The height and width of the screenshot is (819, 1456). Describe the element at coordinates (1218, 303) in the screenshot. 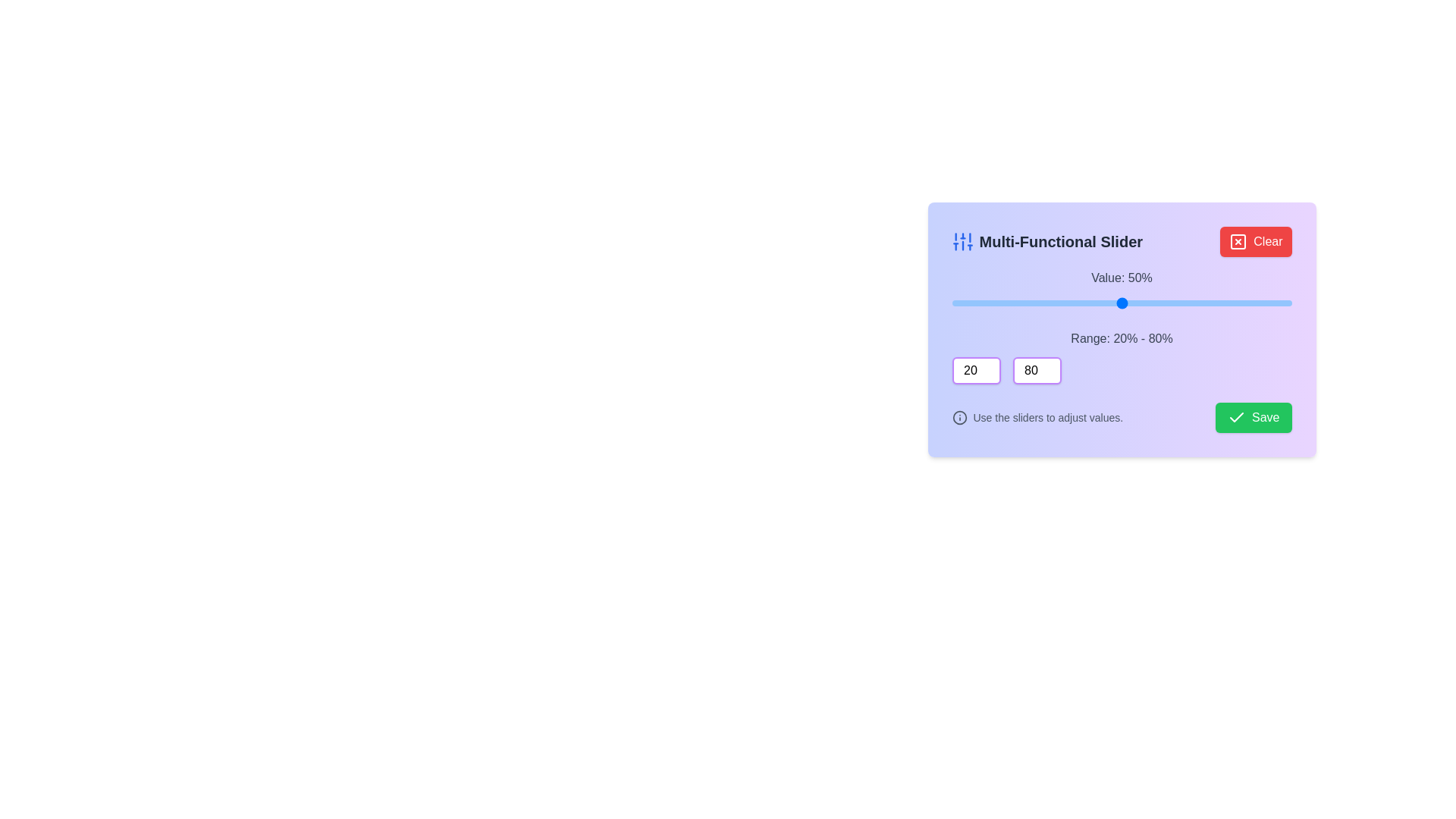

I see `the slider value` at that location.